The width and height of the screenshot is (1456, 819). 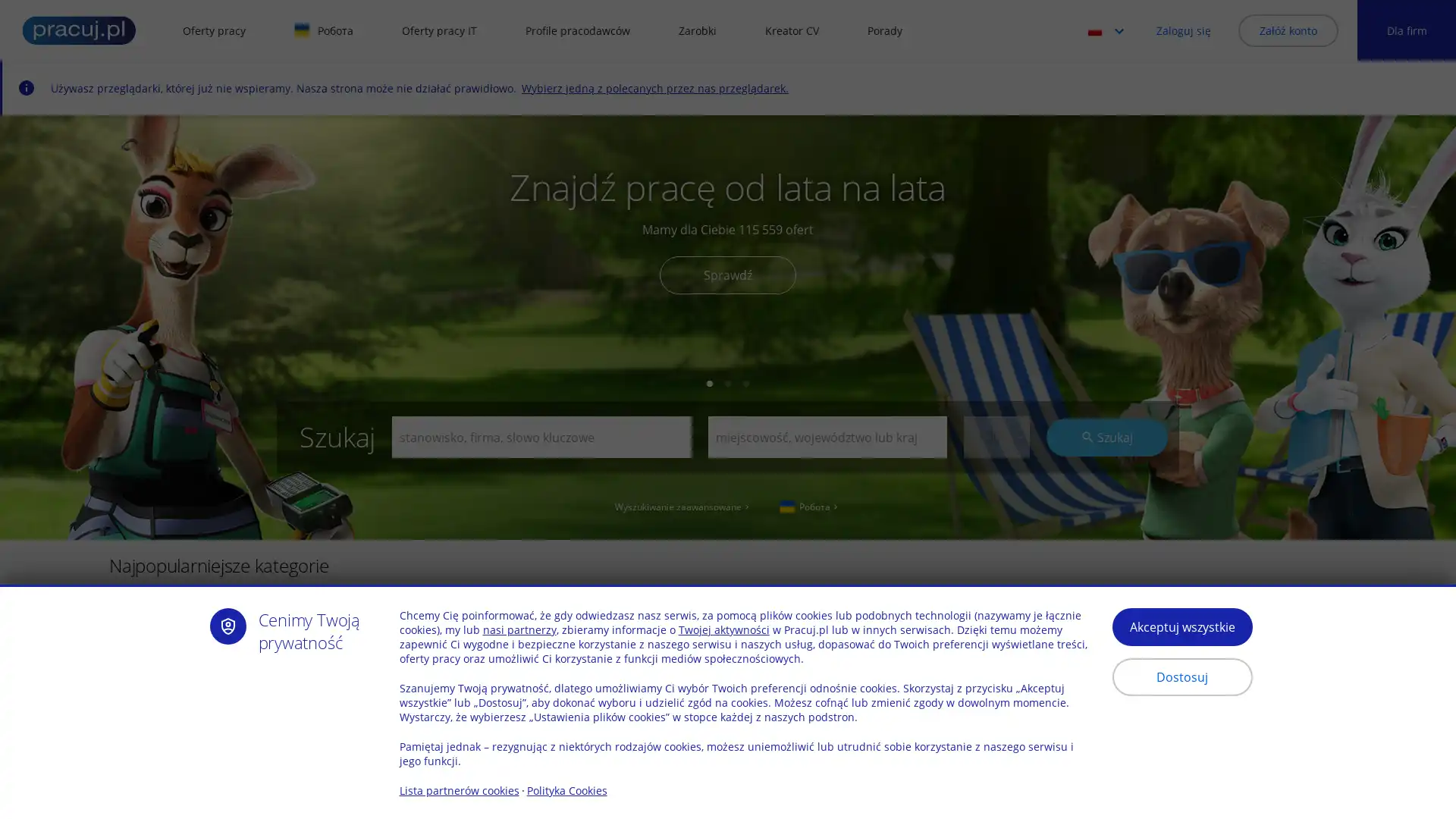 What do you see at coordinates (996, 742) in the screenshot?
I see `+ 100 km` at bounding box center [996, 742].